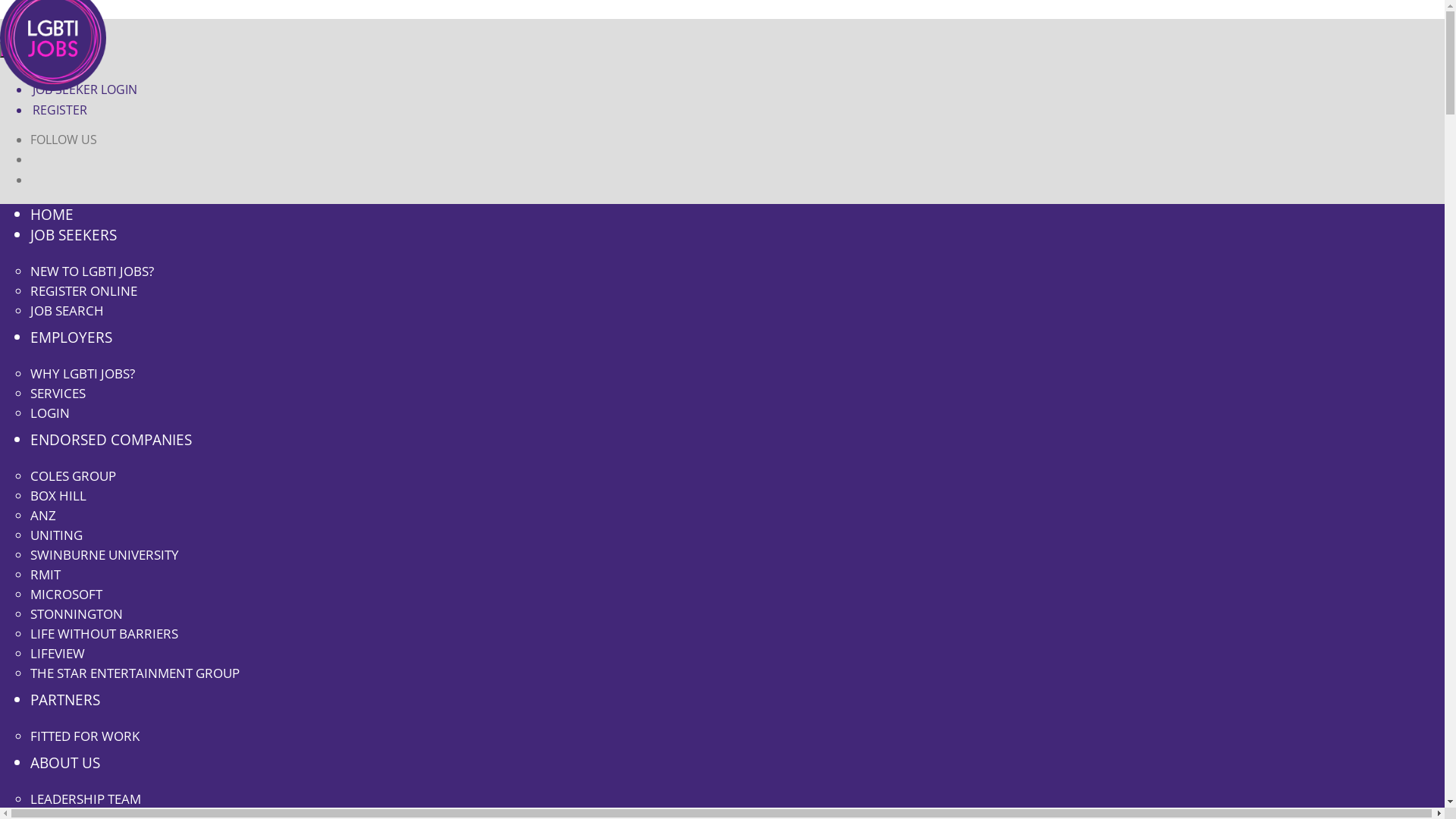 The height and width of the screenshot is (819, 1456). Describe the element at coordinates (83, 89) in the screenshot. I see `'JOB SEEKER LOGIN'` at that location.